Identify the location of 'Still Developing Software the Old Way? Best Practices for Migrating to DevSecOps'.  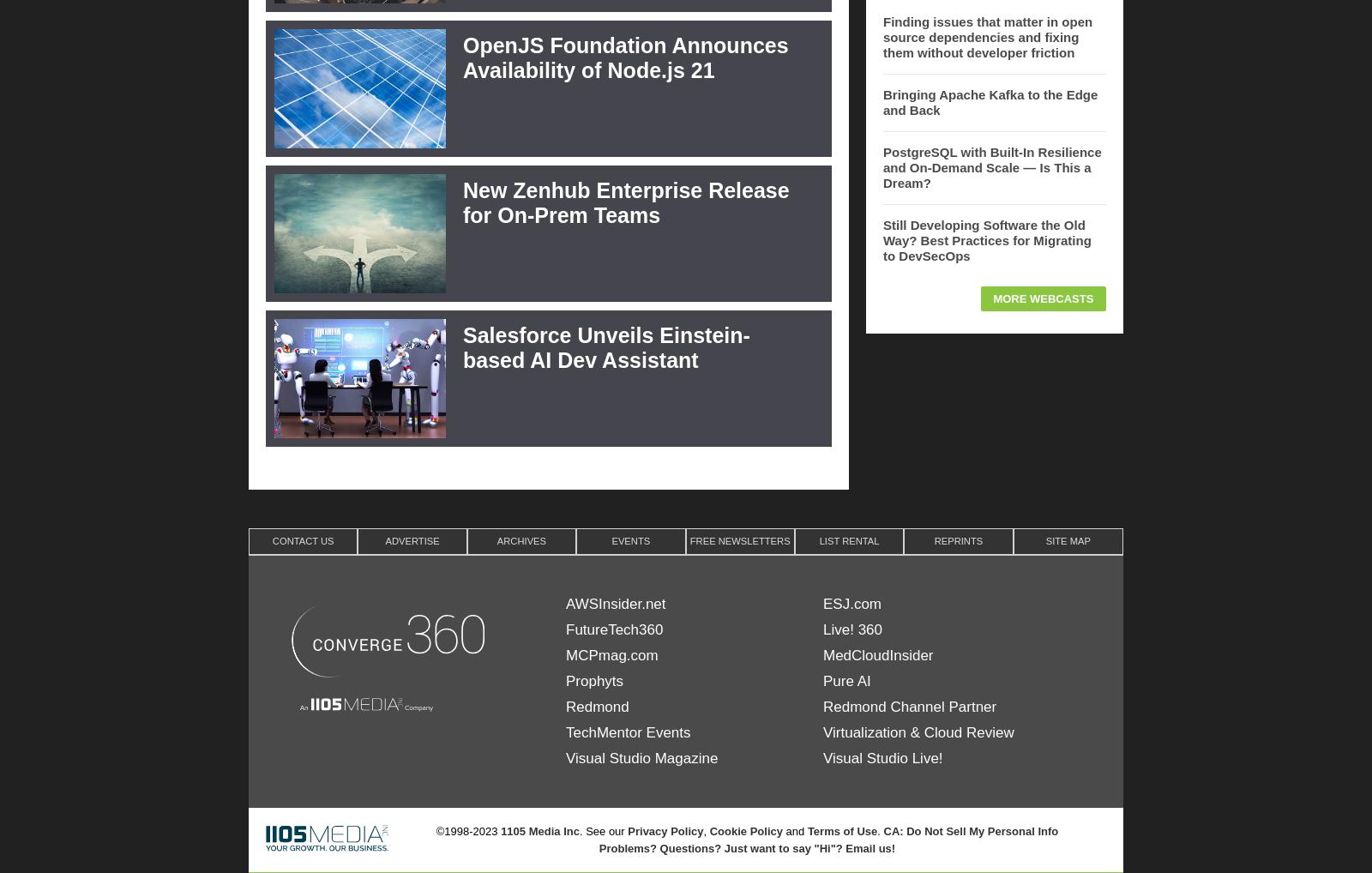
(987, 239).